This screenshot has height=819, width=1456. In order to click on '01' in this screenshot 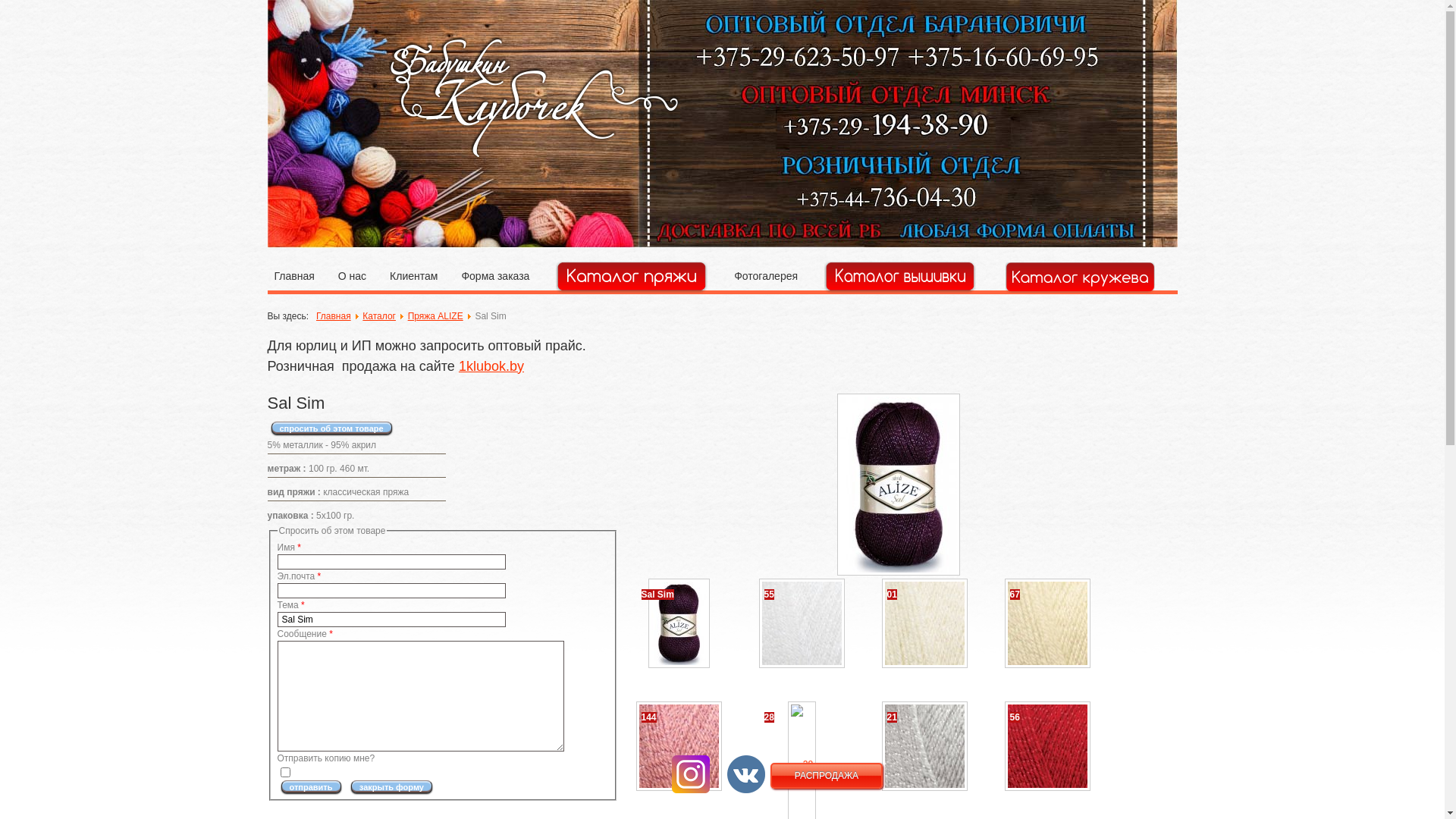, I will do `click(924, 623)`.